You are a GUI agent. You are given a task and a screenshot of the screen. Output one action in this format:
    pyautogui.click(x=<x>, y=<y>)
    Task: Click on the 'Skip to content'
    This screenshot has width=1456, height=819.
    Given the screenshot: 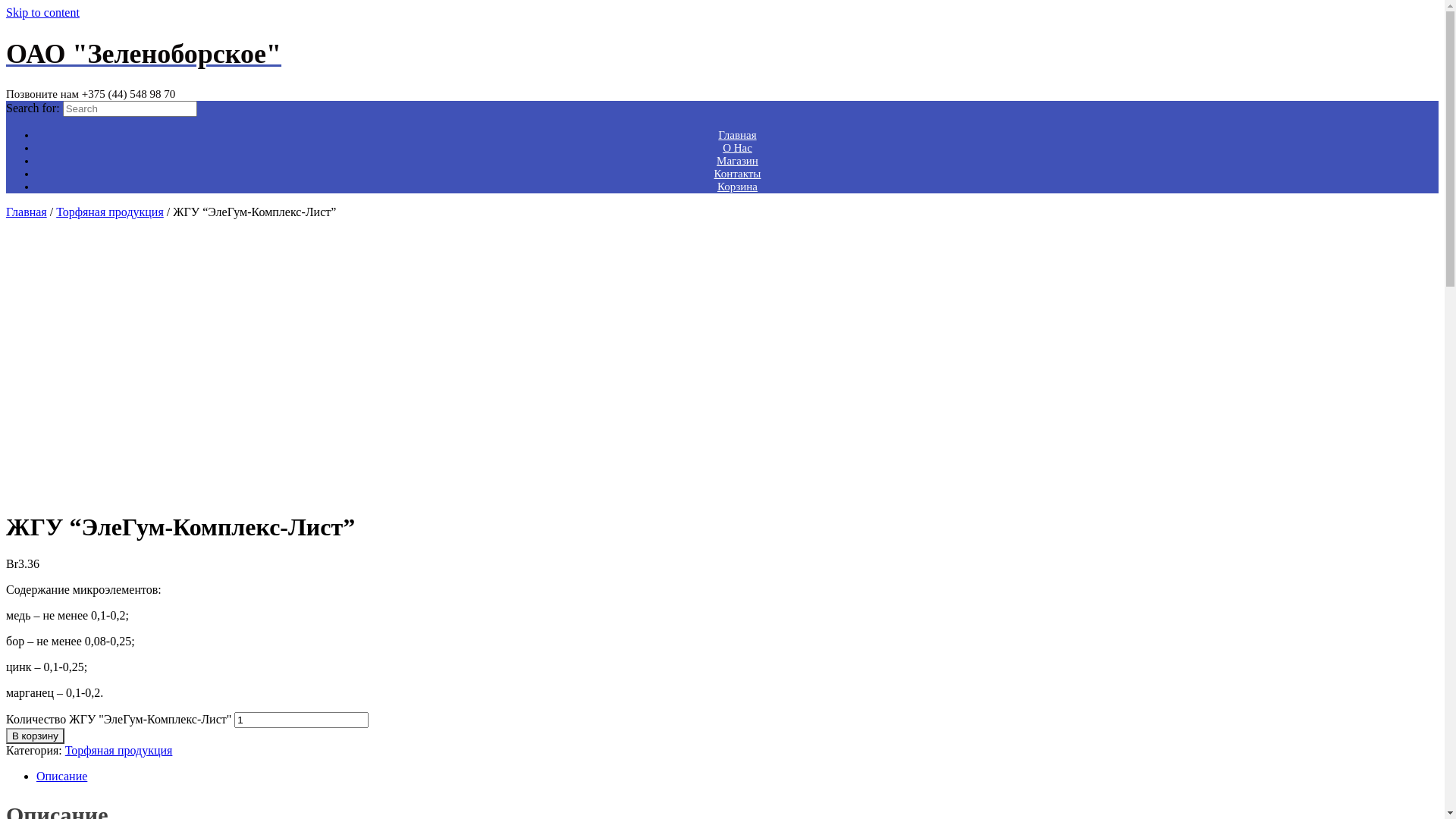 What is the action you would take?
    pyautogui.click(x=42, y=12)
    